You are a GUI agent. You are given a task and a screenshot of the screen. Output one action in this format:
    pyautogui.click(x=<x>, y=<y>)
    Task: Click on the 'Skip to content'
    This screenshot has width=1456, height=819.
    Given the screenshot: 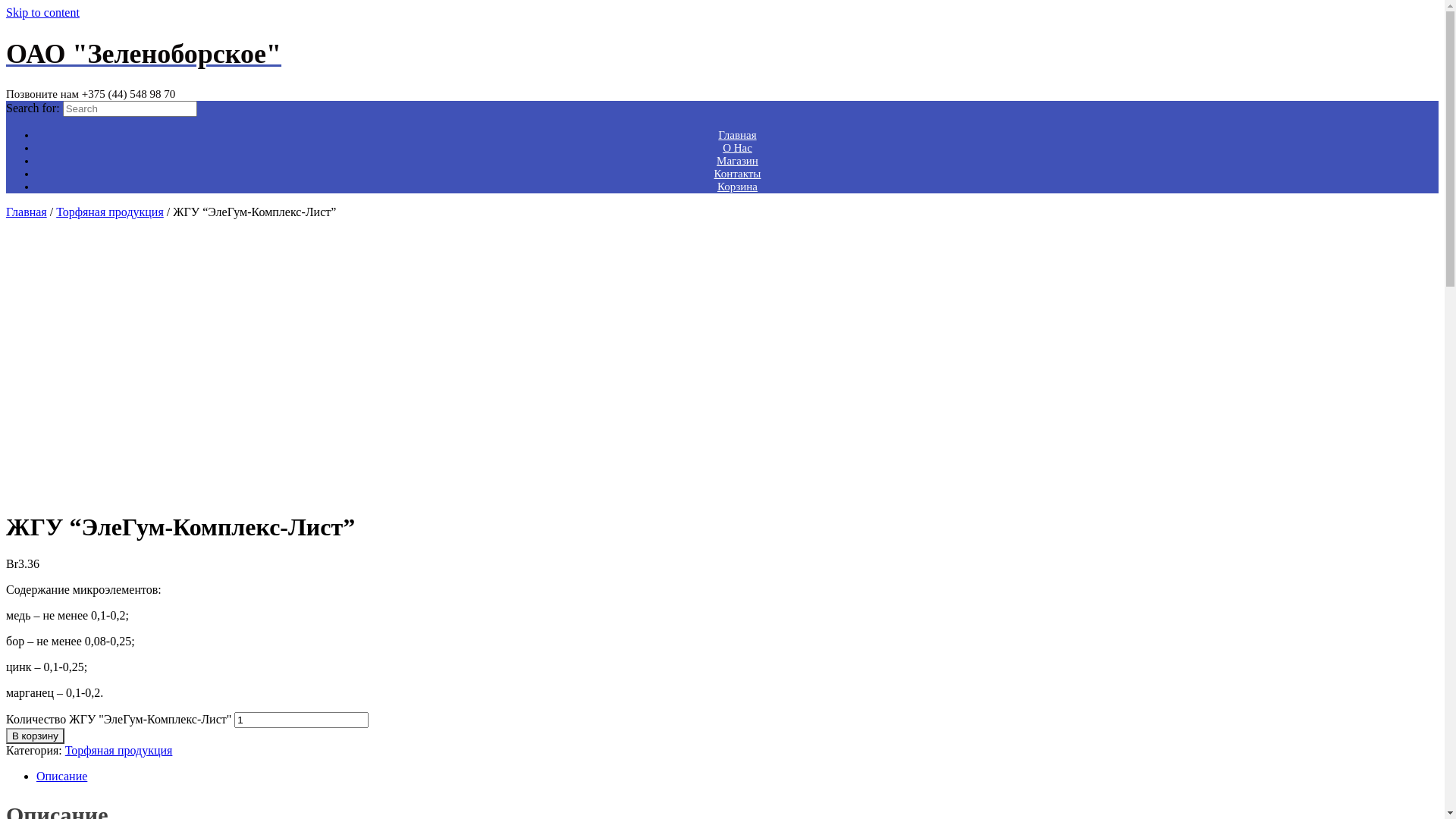 What is the action you would take?
    pyautogui.click(x=42, y=12)
    